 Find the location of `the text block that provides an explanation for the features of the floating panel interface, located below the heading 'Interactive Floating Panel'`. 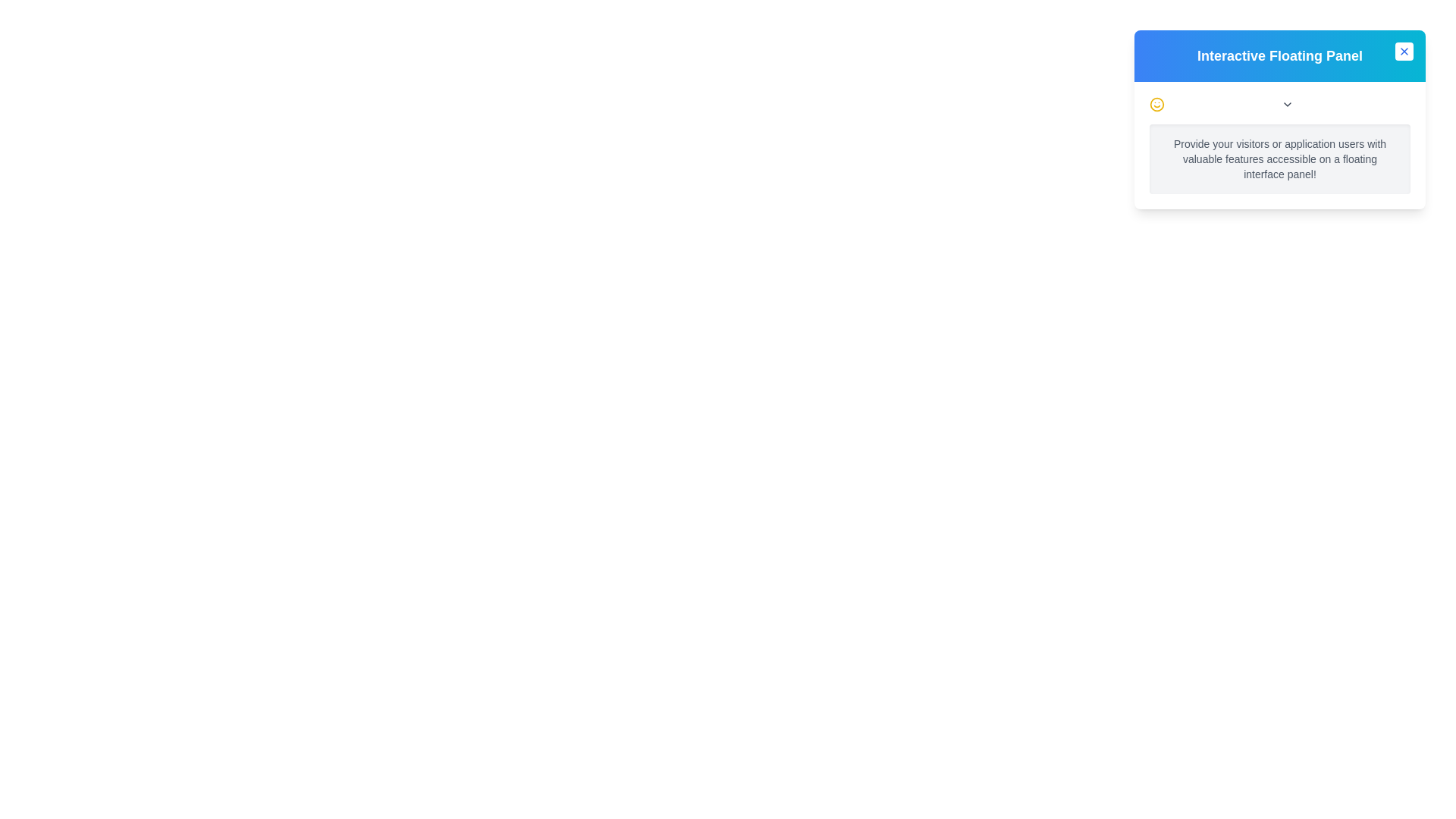

the text block that provides an explanation for the features of the floating panel interface, located below the heading 'Interactive Floating Panel' is located at coordinates (1279, 146).